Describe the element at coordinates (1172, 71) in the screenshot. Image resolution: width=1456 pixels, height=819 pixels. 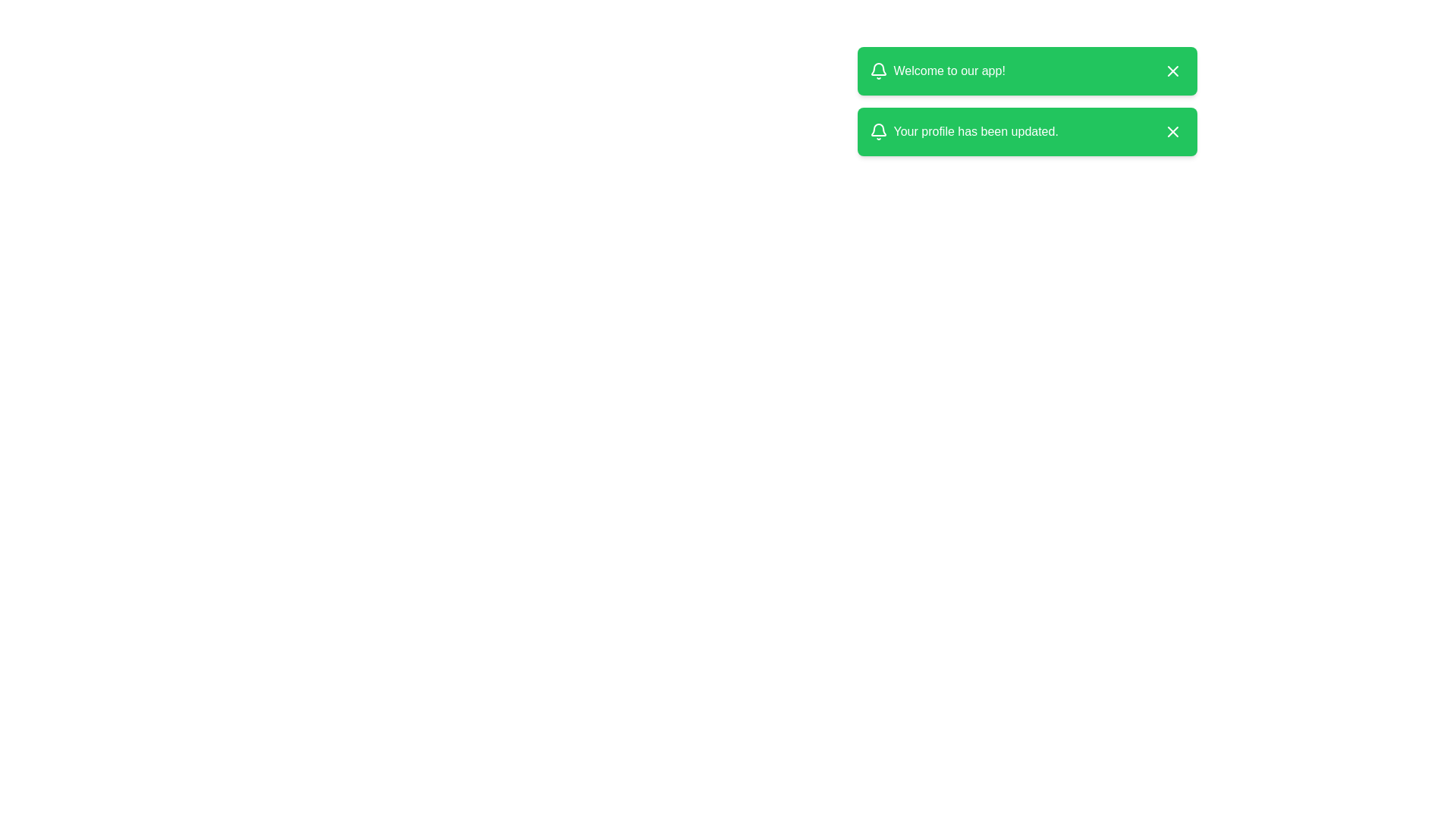
I see `the close button at the top-right of the notification bar to trigger a visual response` at that location.